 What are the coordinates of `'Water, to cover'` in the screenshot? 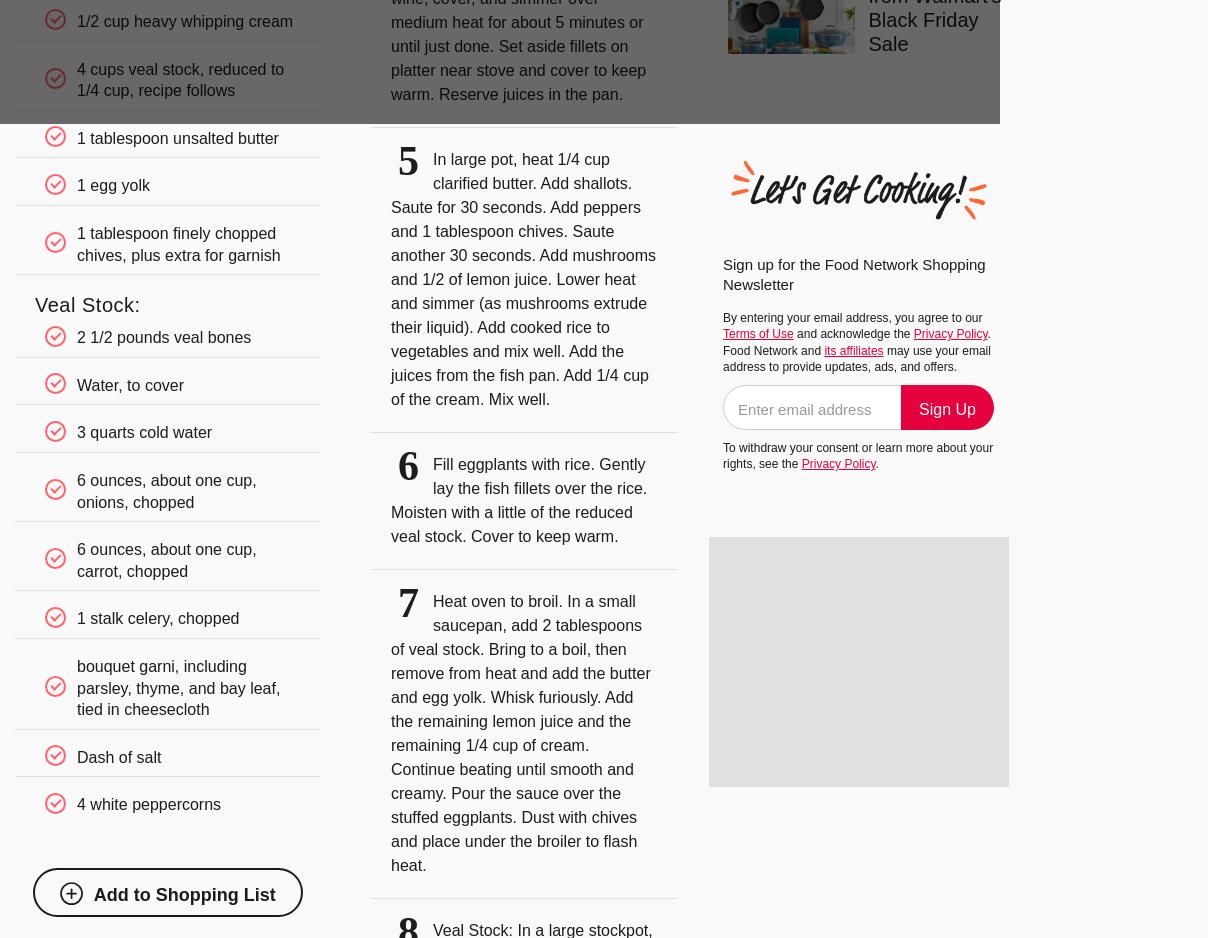 It's located at (129, 383).